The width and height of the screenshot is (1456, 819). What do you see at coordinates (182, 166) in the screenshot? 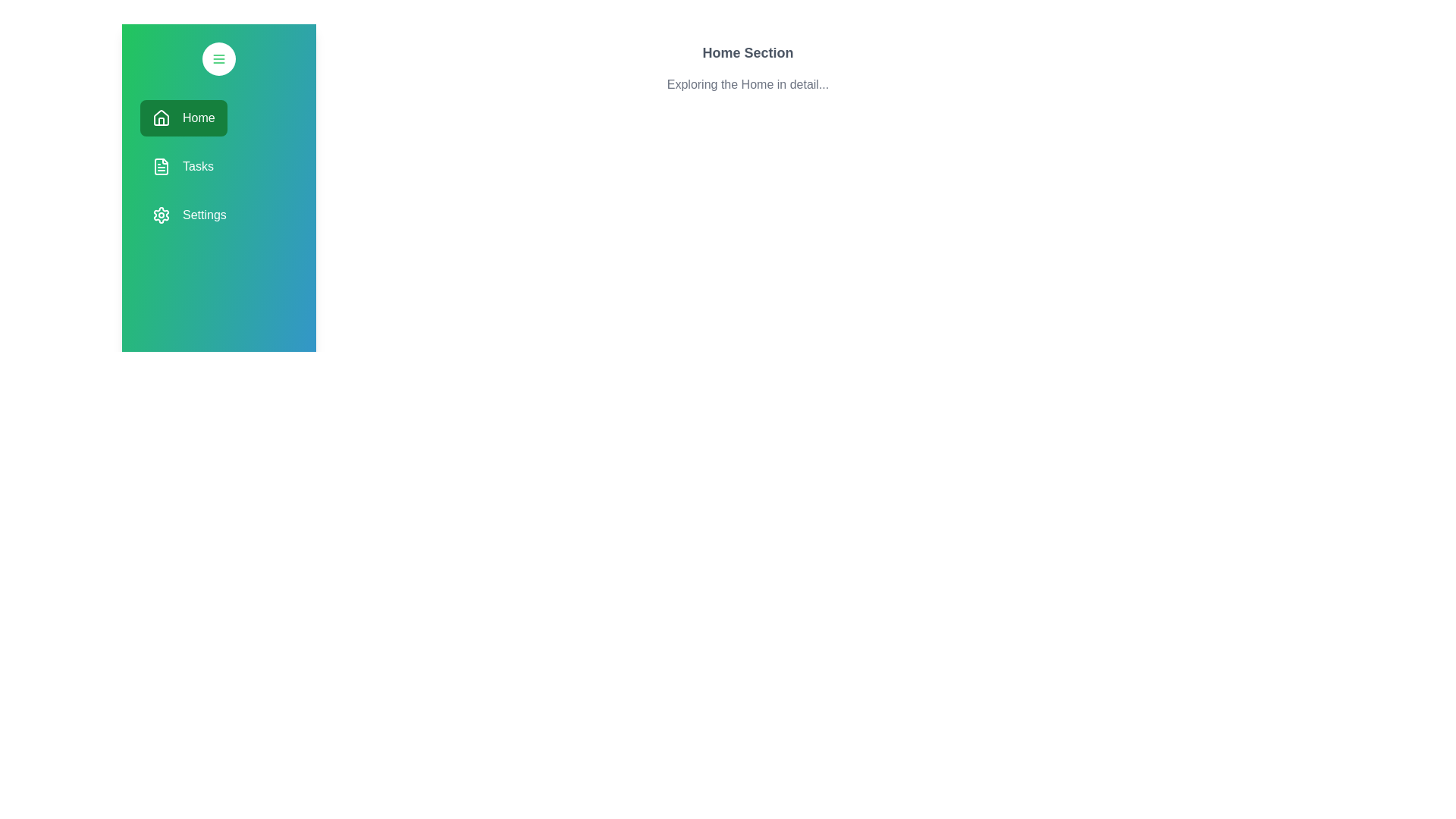
I see `the second button in the vertical menu` at bounding box center [182, 166].